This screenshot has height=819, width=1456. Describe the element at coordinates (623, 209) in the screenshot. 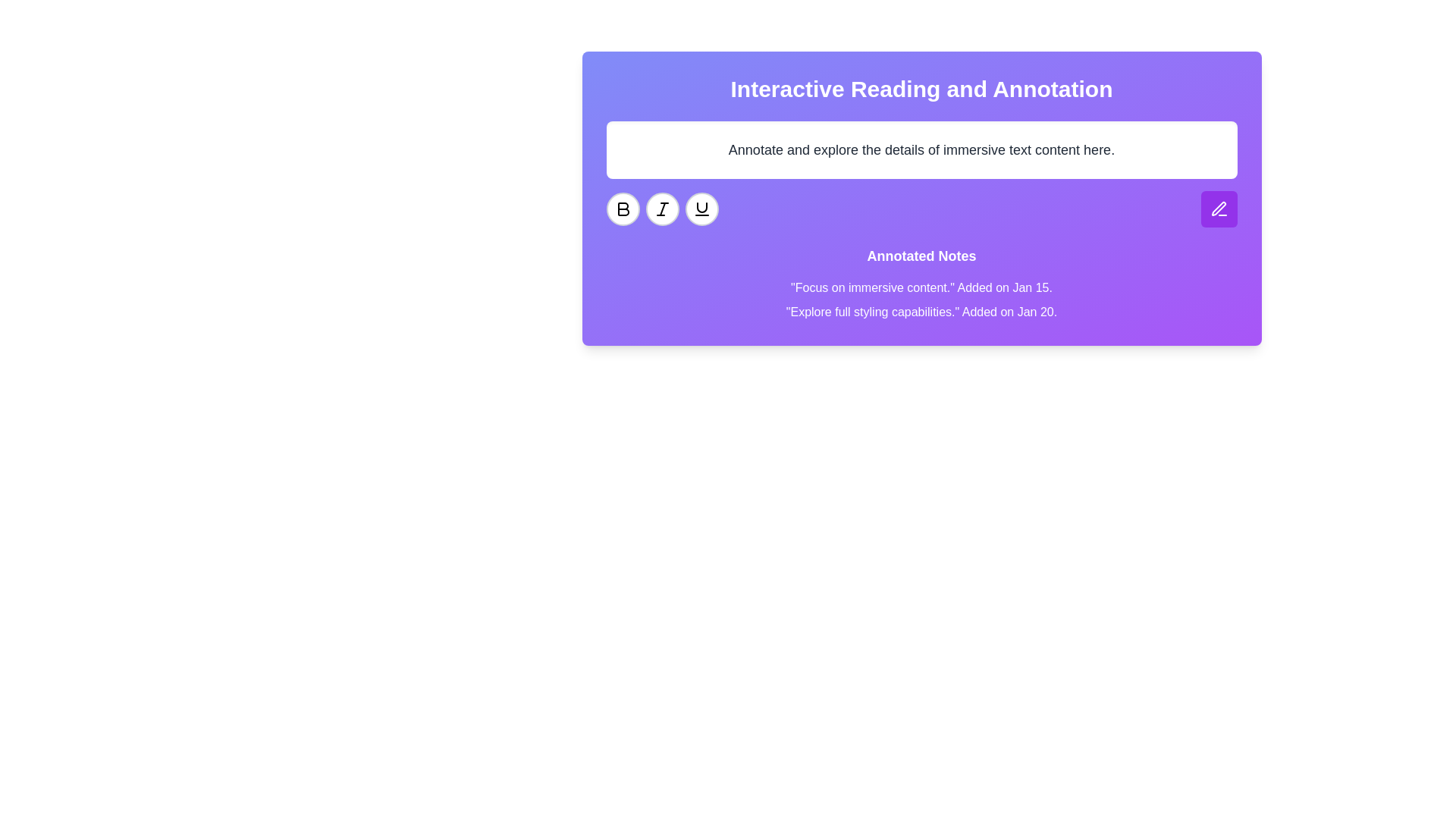

I see `the bold formatting icon, which is the first icon in the toolbar below the text input field` at that location.